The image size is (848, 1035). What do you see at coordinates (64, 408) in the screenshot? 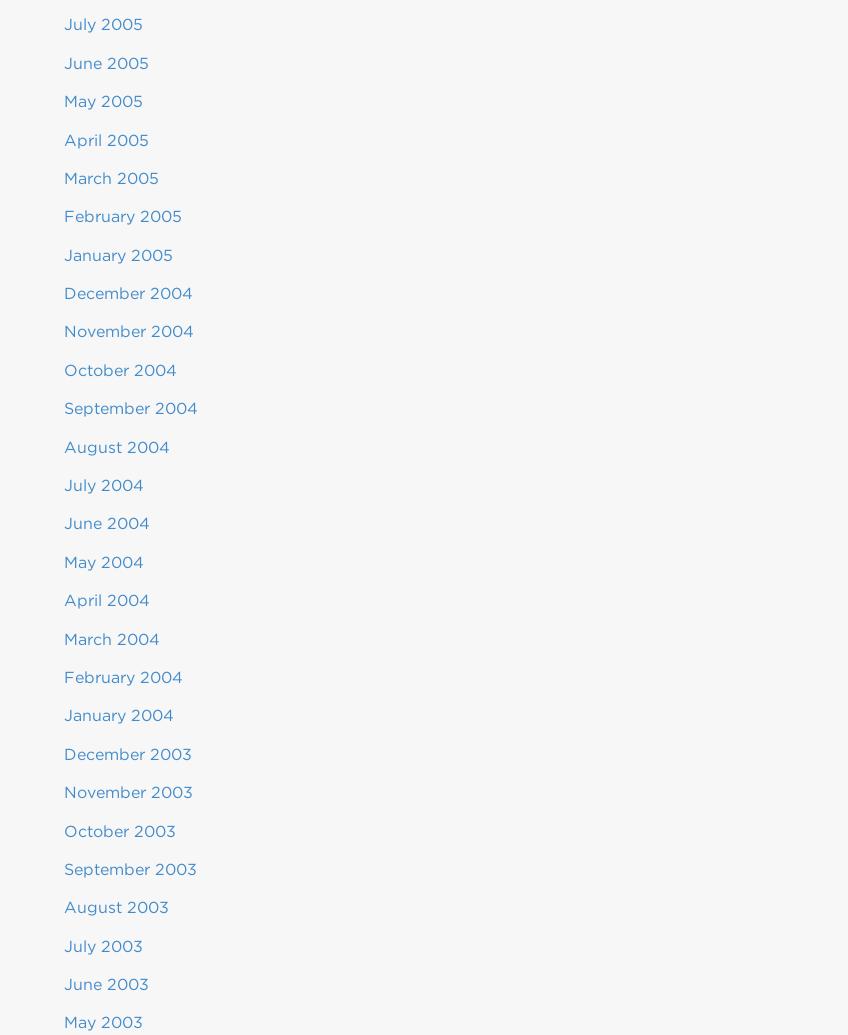
I see `'September 2004'` at bounding box center [64, 408].